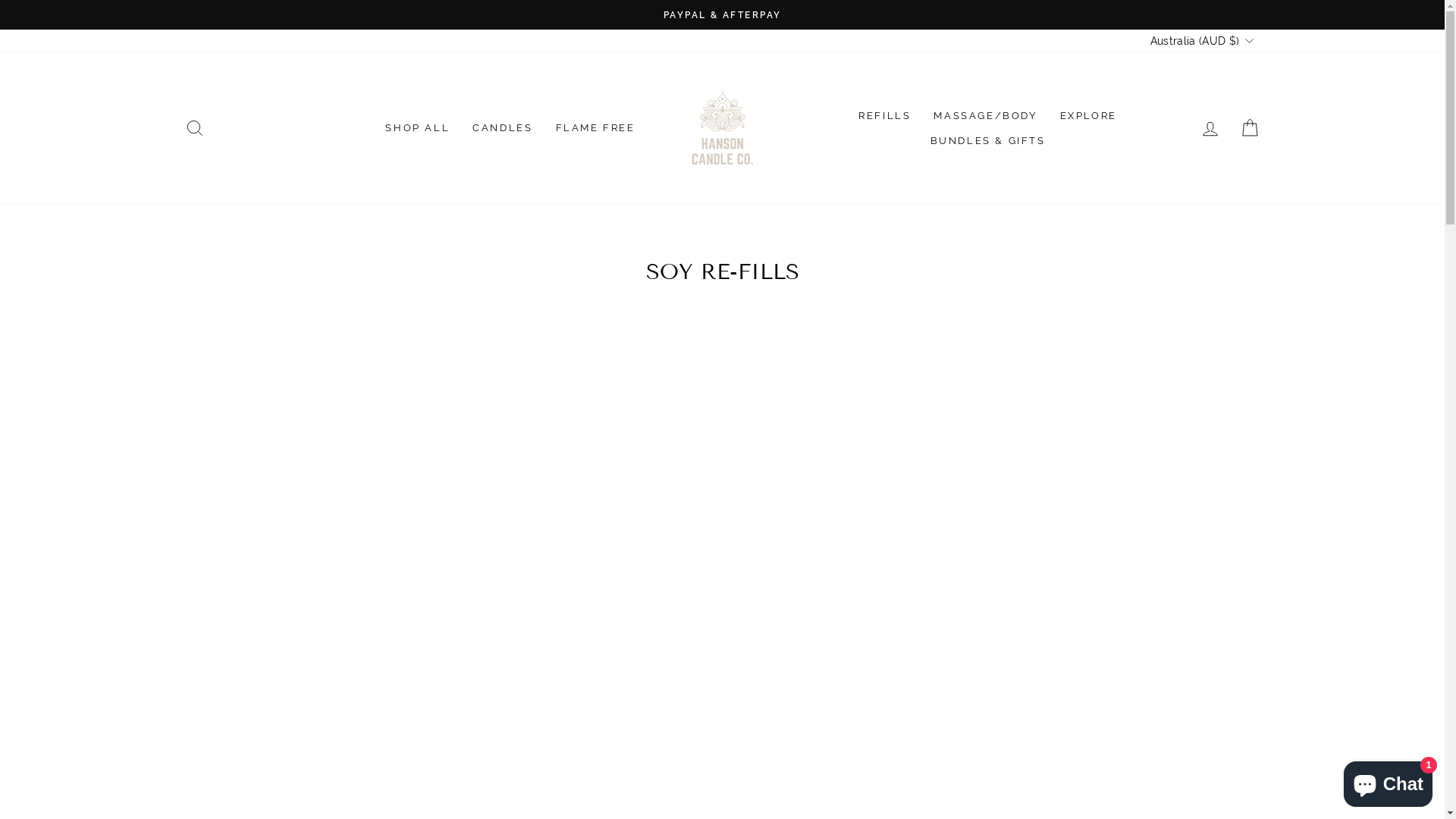 Image resolution: width=1456 pixels, height=819 pixels. Describe the element at coordinates (1388, 780) in the screenshot. I see `'Shopify online store chat'` at that location.